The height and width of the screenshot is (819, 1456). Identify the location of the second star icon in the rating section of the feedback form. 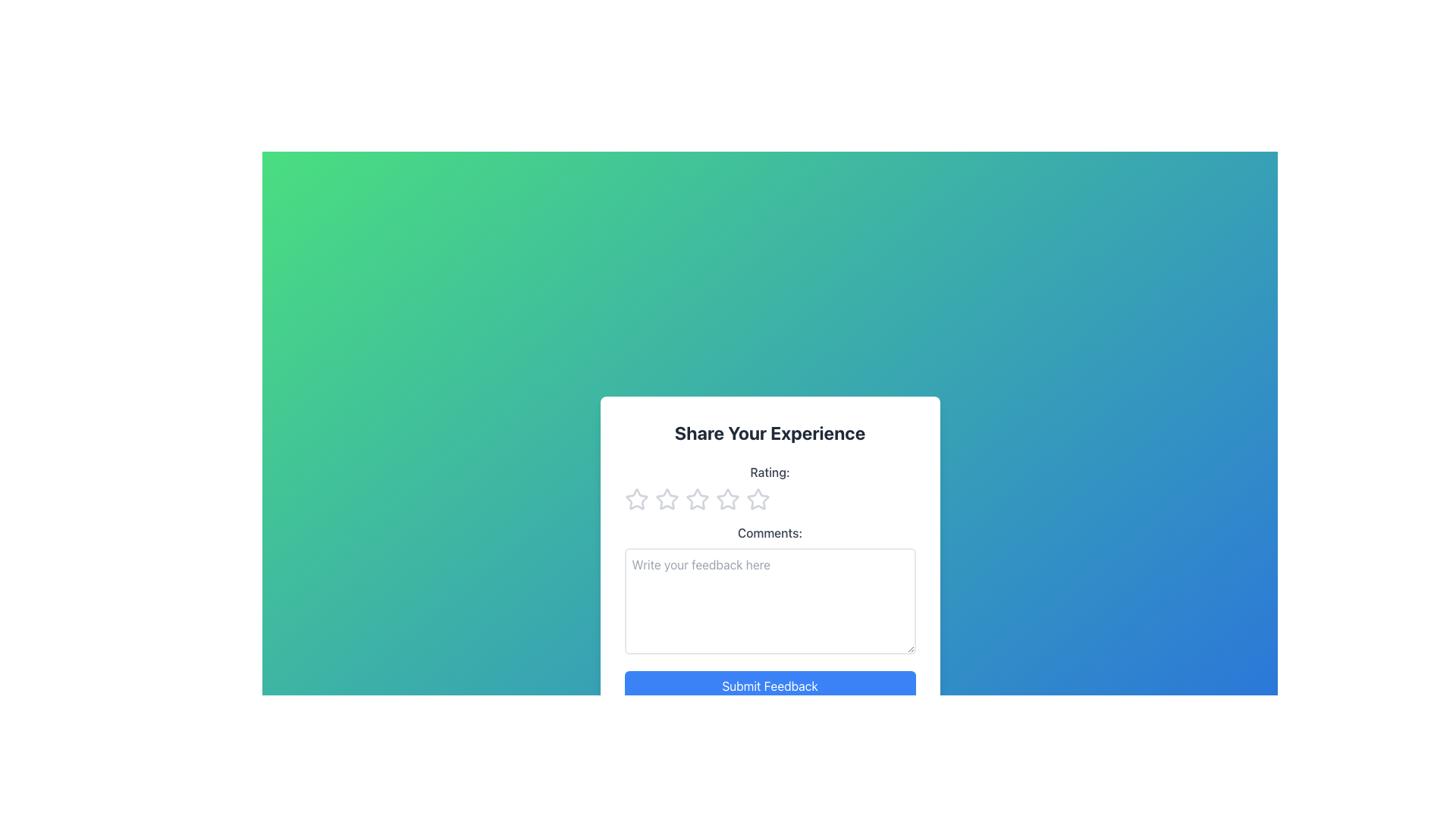
(666, 499).